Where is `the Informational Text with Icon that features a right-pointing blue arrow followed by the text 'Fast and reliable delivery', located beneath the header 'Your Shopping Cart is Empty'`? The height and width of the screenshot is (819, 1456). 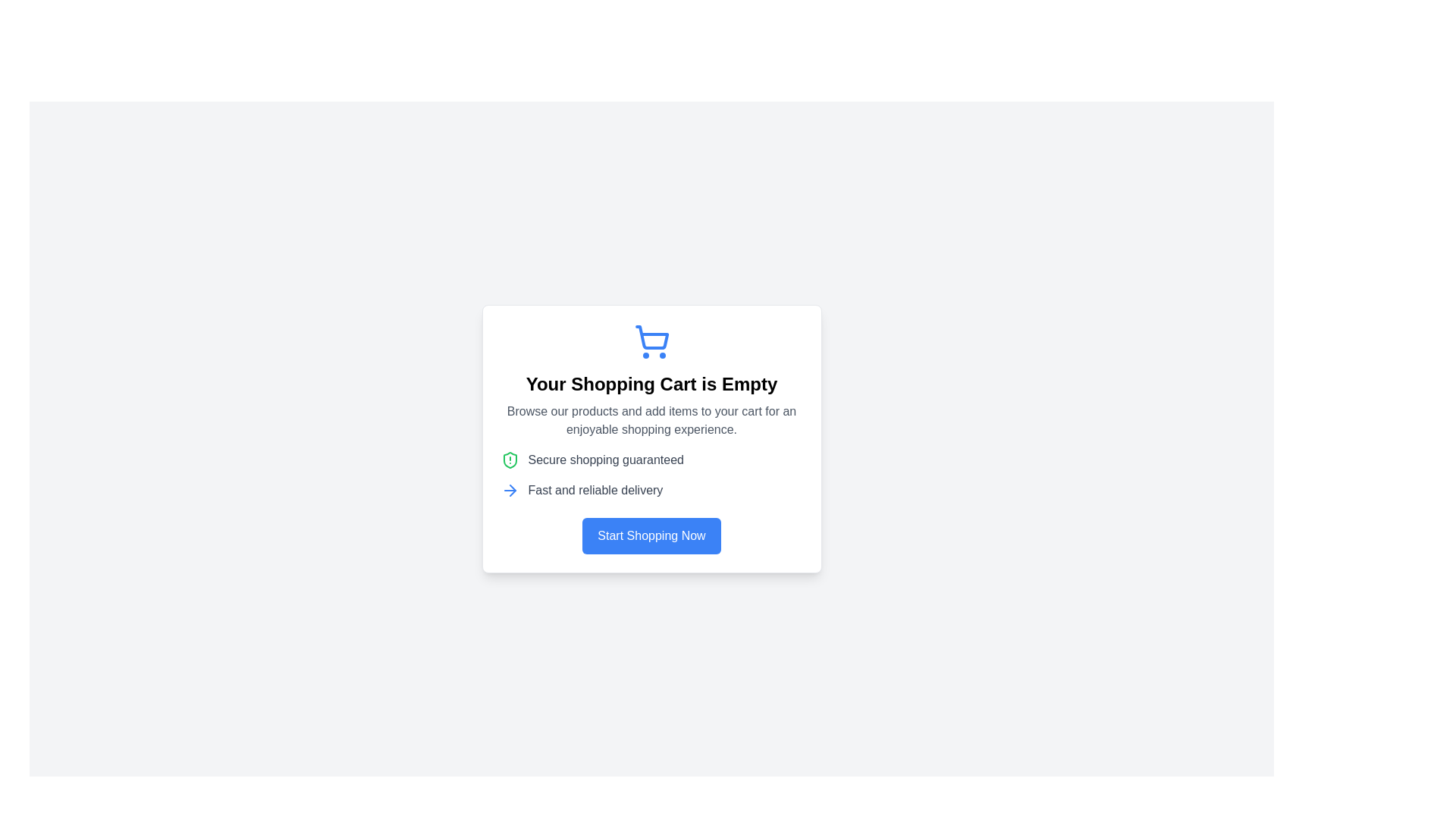 the Informational Text with Icon that features a right-pointing blue arrow followed by the text 'Fast and reliable delivery', located beneath the header 'Your Shopping Cart is Empty' is located at coordinates (651, 491).